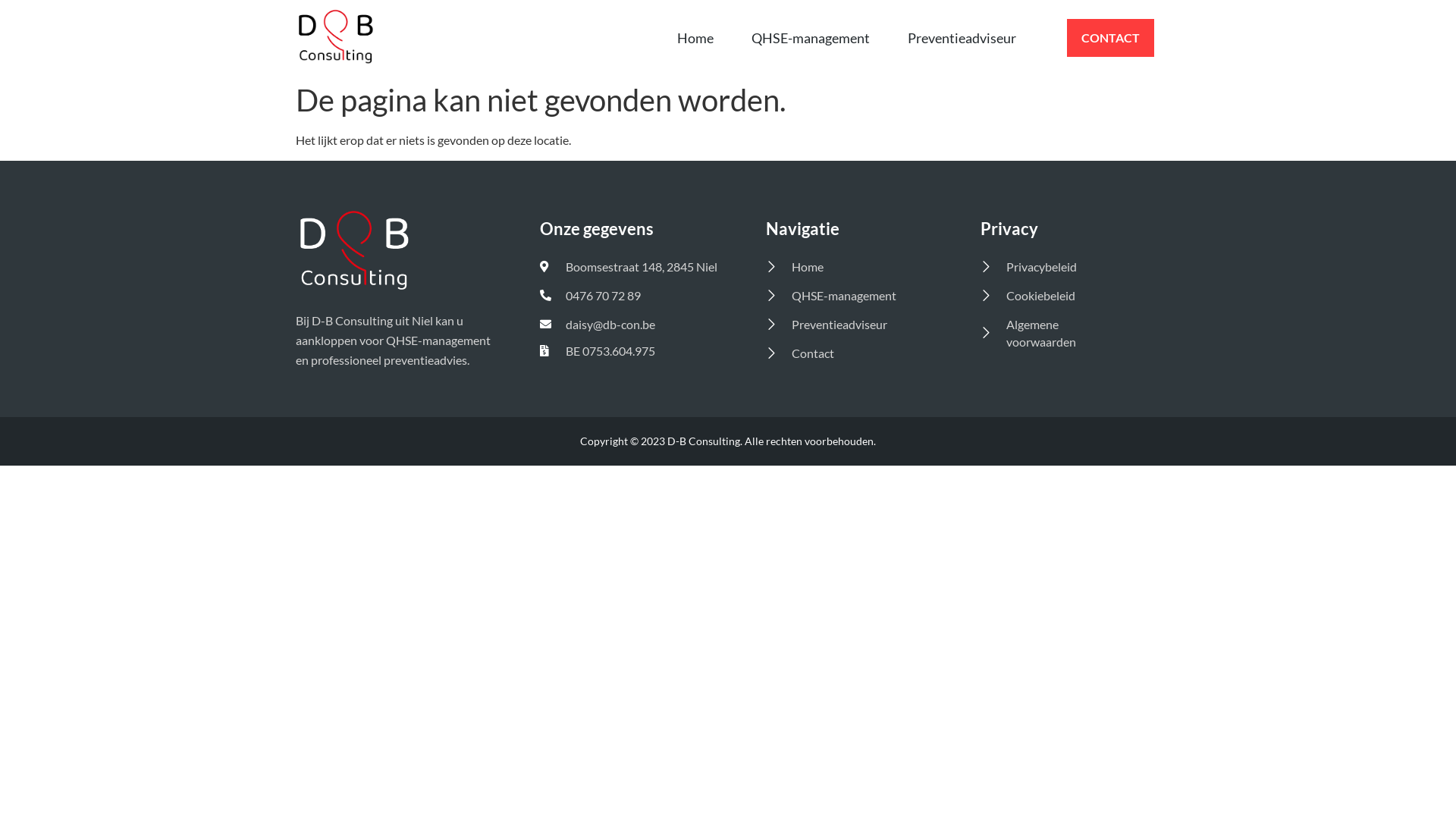 Image resolution: width=1456 pixels, height=819 pixels. Describe the element at coordinates (852, 353) in the screenshot. I see `'Contact'` at that location.